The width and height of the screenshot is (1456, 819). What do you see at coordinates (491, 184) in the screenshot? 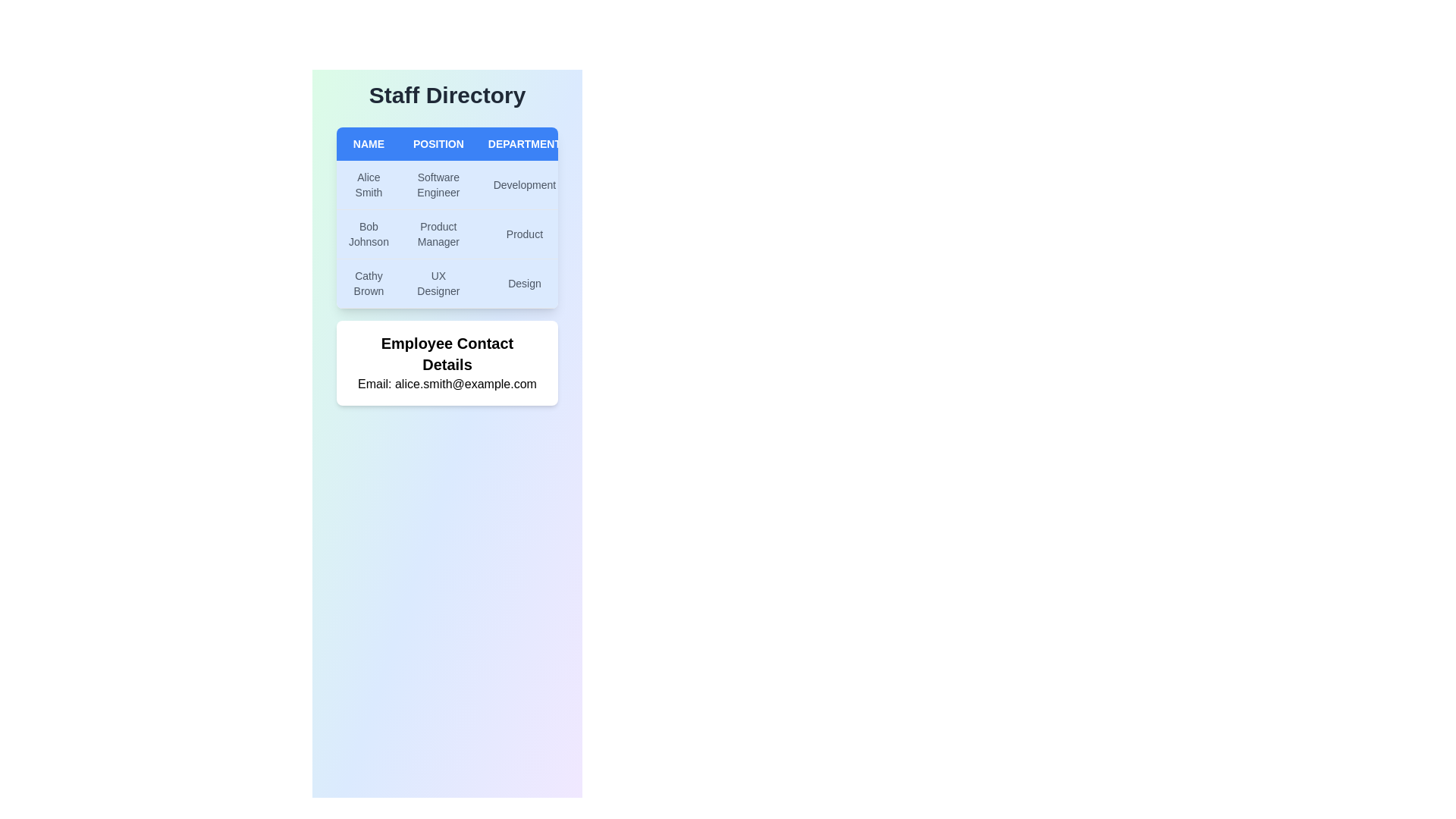
I see `the first row in the Staff Directory table, which has a light blue background and contains the text sections 'Alice Smith', 'Software Engineer', and 'Development'` at bounding box center [491, 184].